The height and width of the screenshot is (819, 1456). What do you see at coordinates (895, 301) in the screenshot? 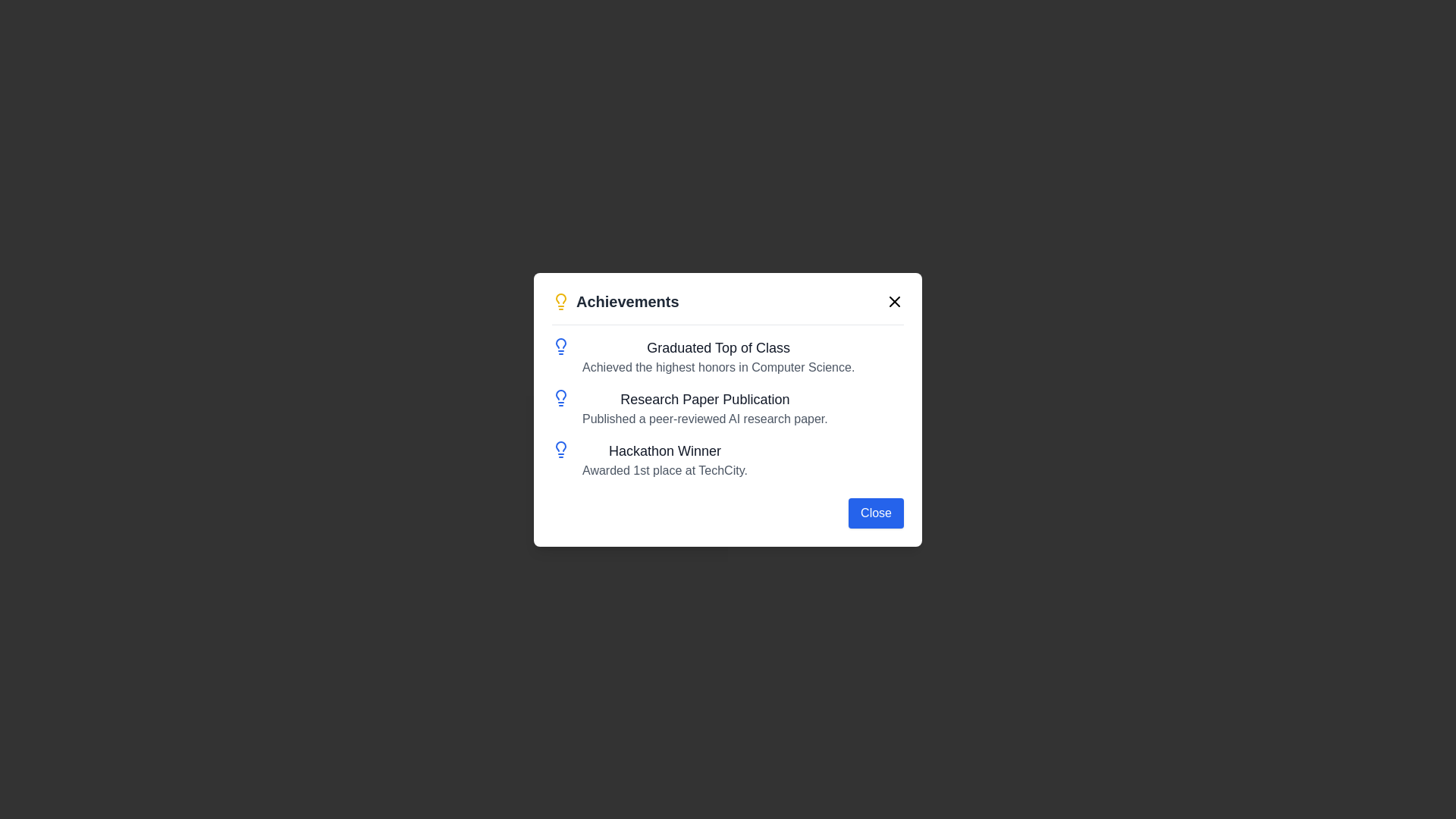
I see `the close button icon resembling a cross in the top right corner of the 'Achievements' modal to trigger the hover color change effect` at bounding box center [895, 301].